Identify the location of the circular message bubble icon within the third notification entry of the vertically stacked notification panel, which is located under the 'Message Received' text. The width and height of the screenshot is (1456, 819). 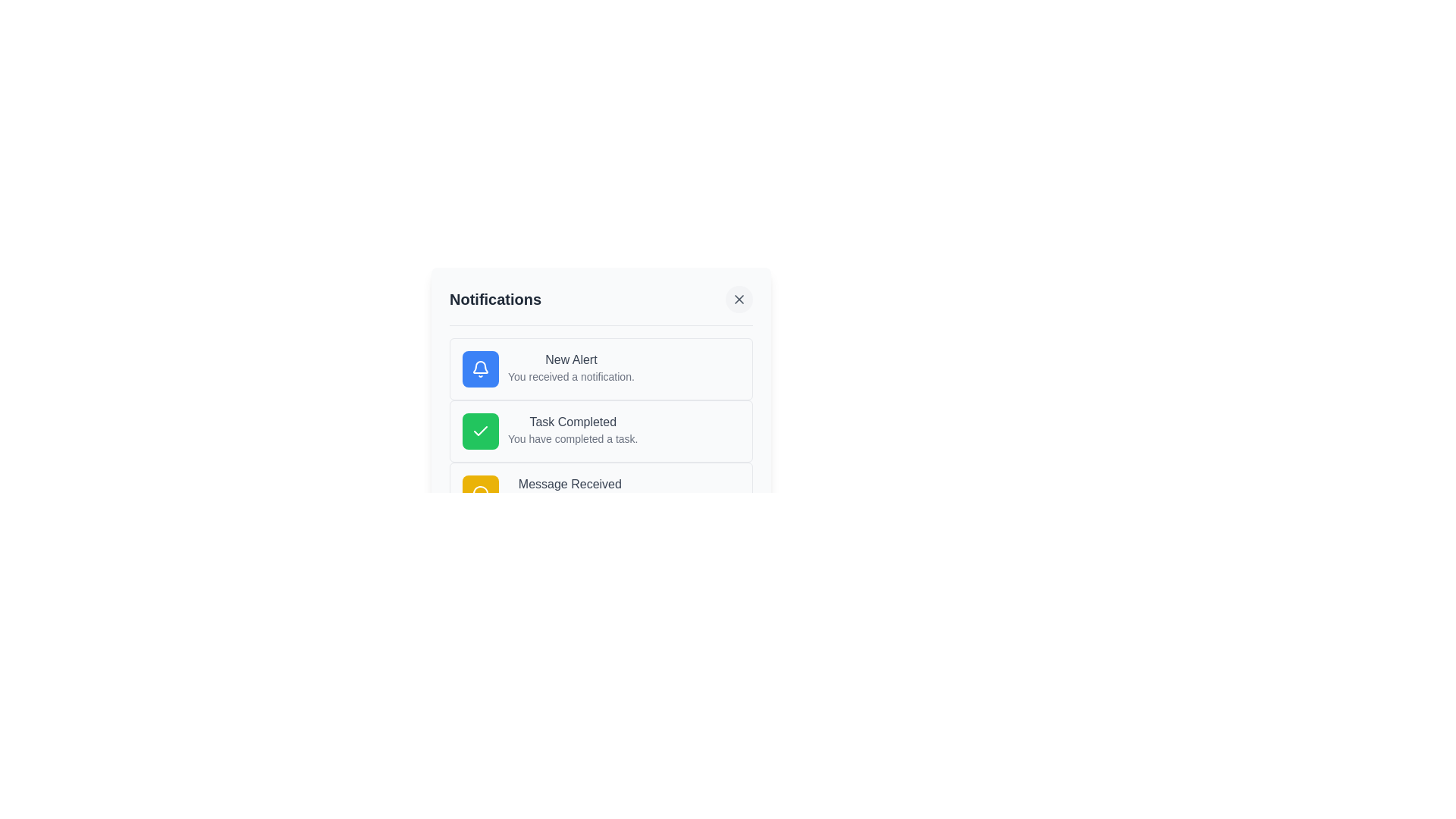
(479, 494).